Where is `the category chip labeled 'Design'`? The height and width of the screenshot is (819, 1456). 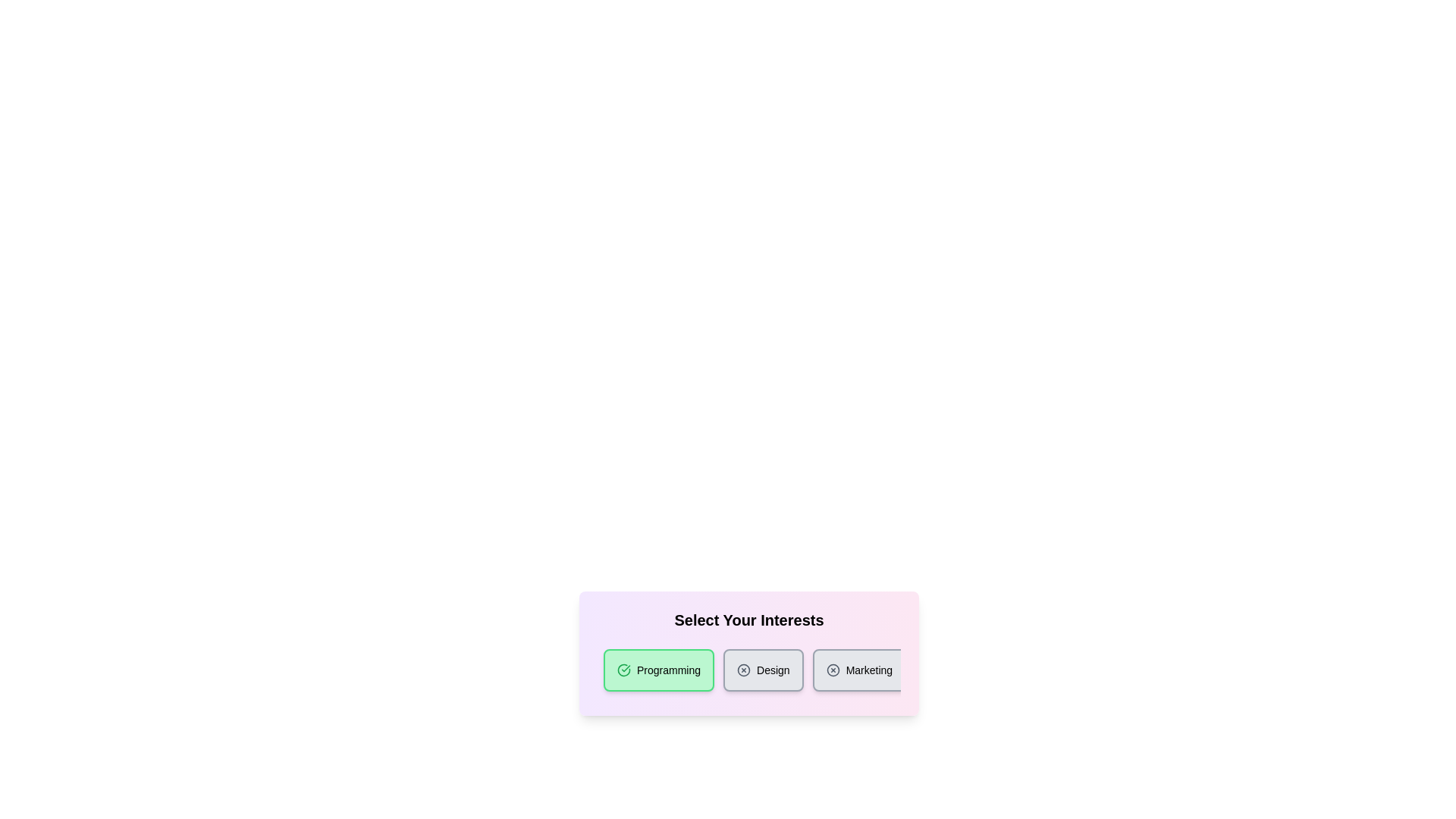 the category chip labeled 'Design' is located at coordinates (763, 669).